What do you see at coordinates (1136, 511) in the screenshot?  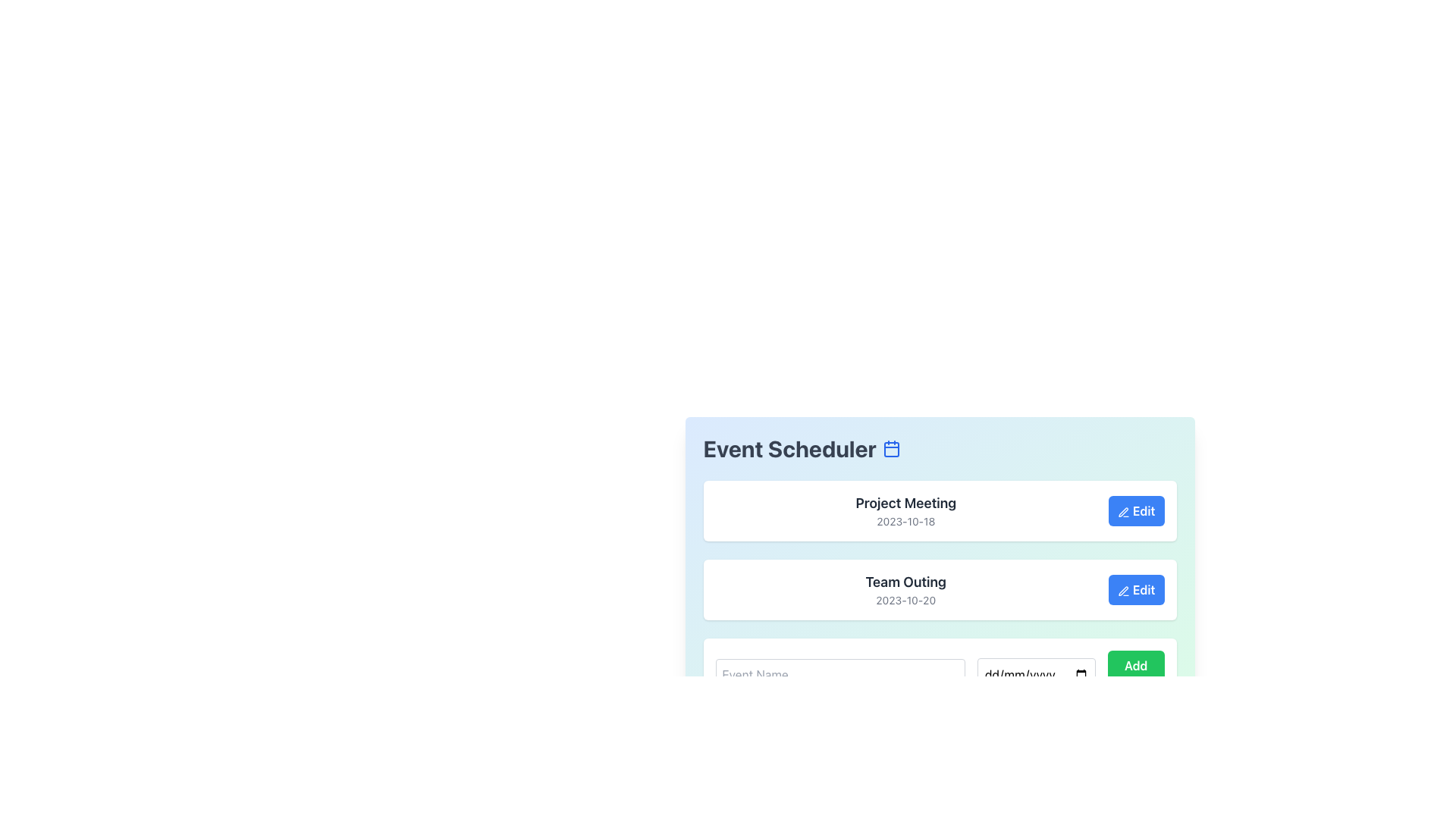 I see `the 'Edit' button with a blue background and white text, located on the far right of the 'Project Meeting' panel` at bounding box center [1136, 511].